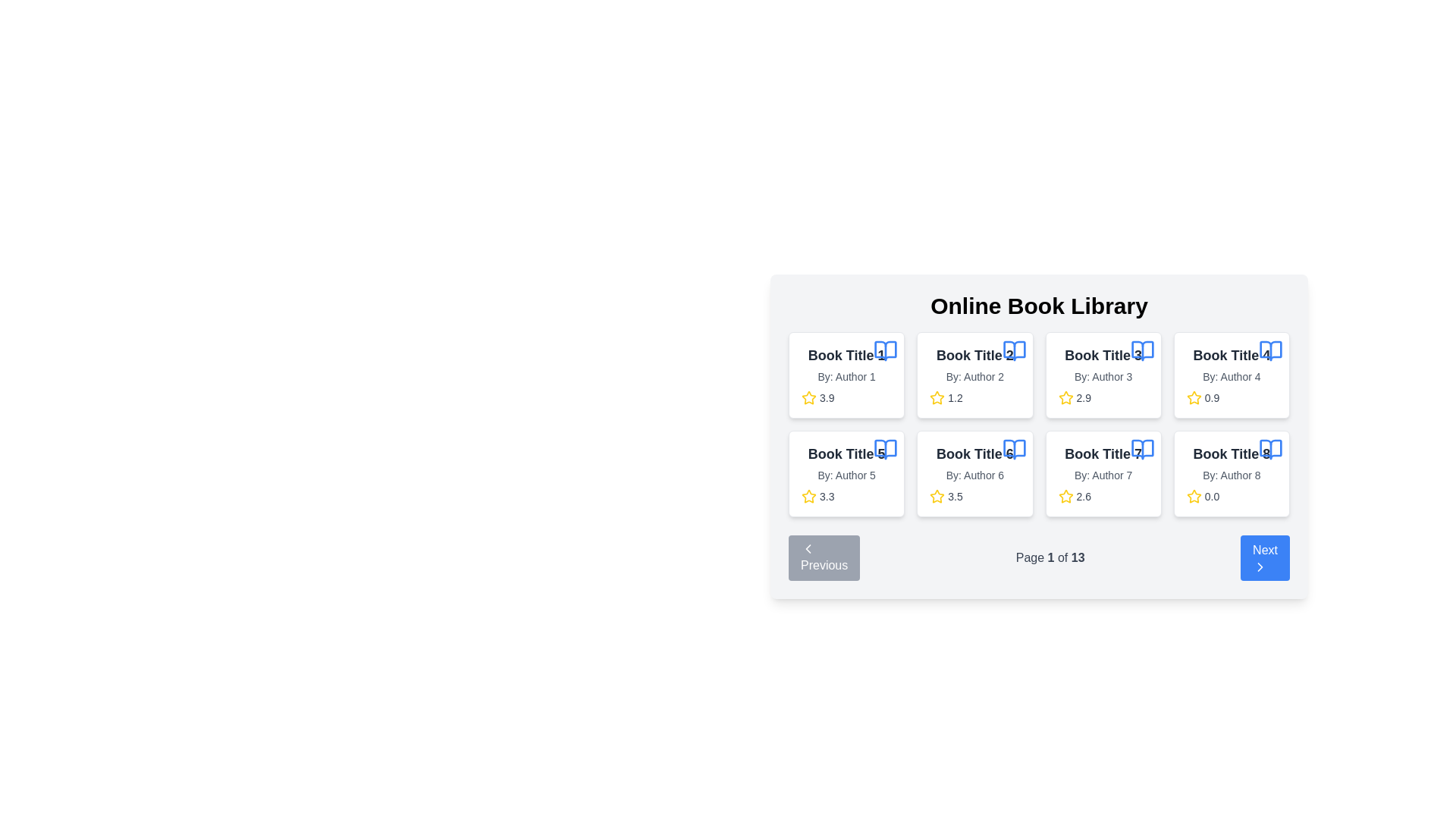 The image size is (1456, 819). What do you see at coordinates (1038, 306) in the screenshot?
I see `or comprehend the header text 'Online Book Library', which is prominently displayed in bold and large font at the top of the layout` at bounding box center [1038, 306].